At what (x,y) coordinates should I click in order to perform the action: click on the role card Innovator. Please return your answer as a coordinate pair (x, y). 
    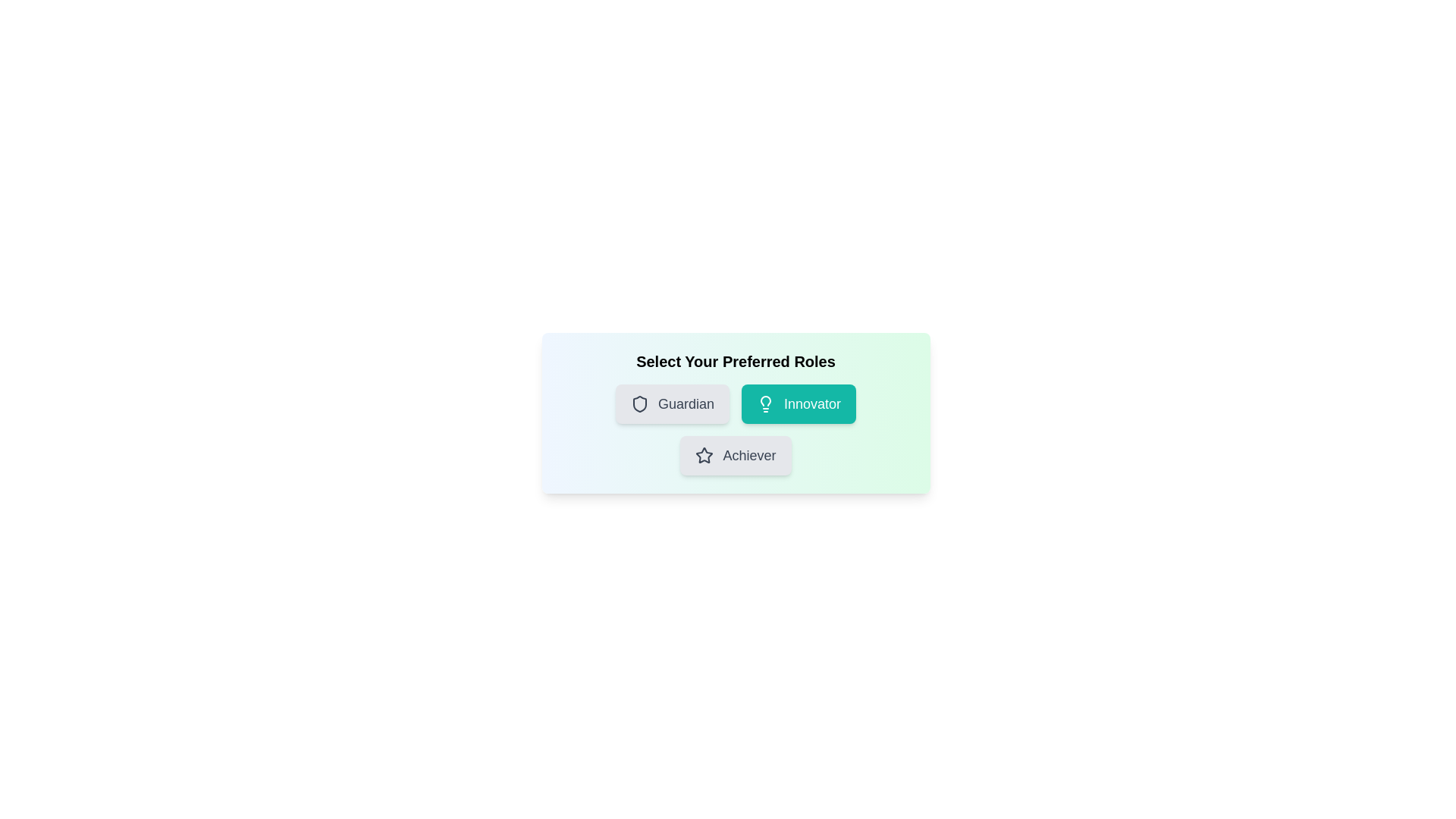
    Looking at the image, I should click on (799, 403).